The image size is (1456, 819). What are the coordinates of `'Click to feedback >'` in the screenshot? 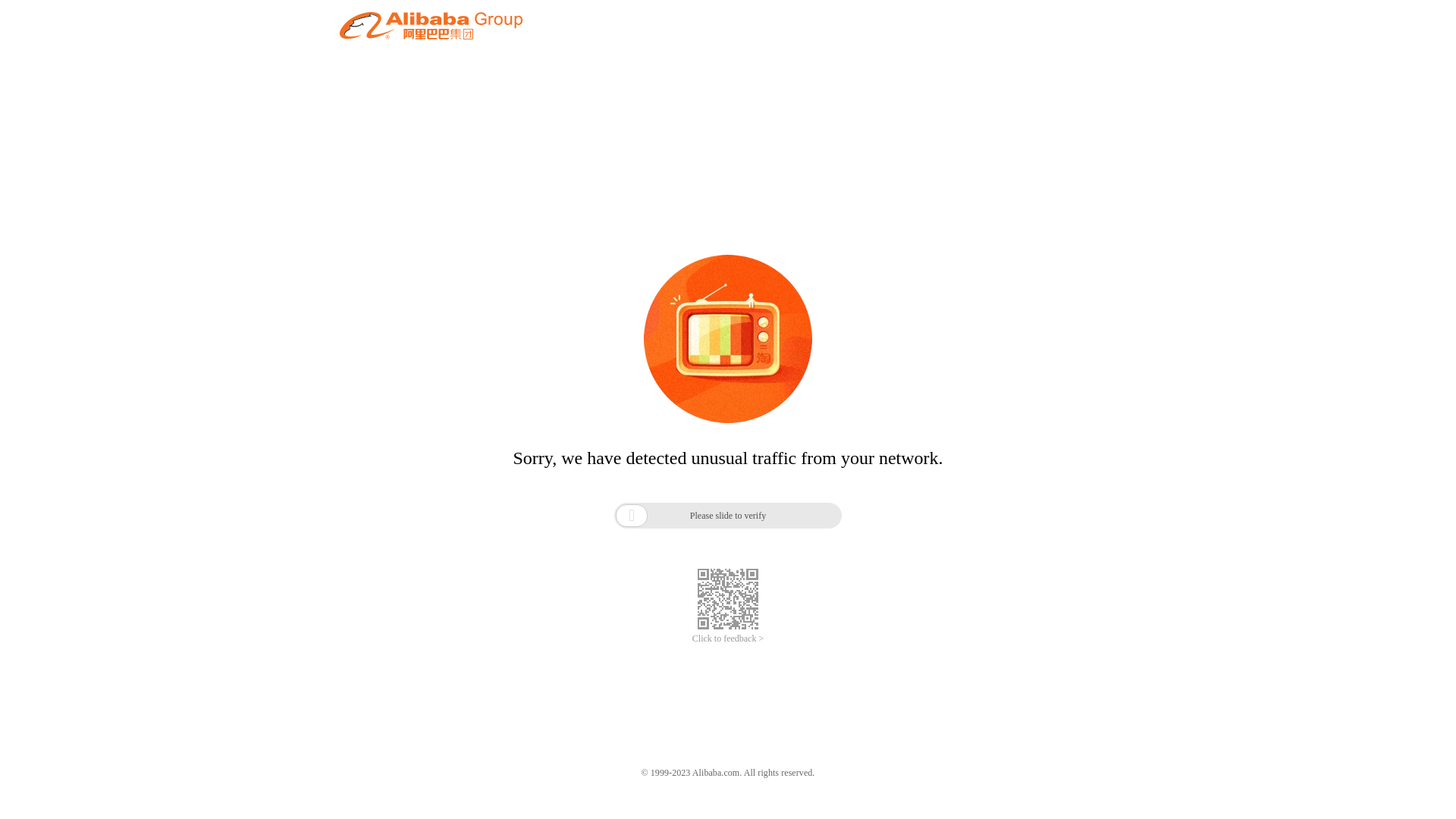 It's located at (728, 639).